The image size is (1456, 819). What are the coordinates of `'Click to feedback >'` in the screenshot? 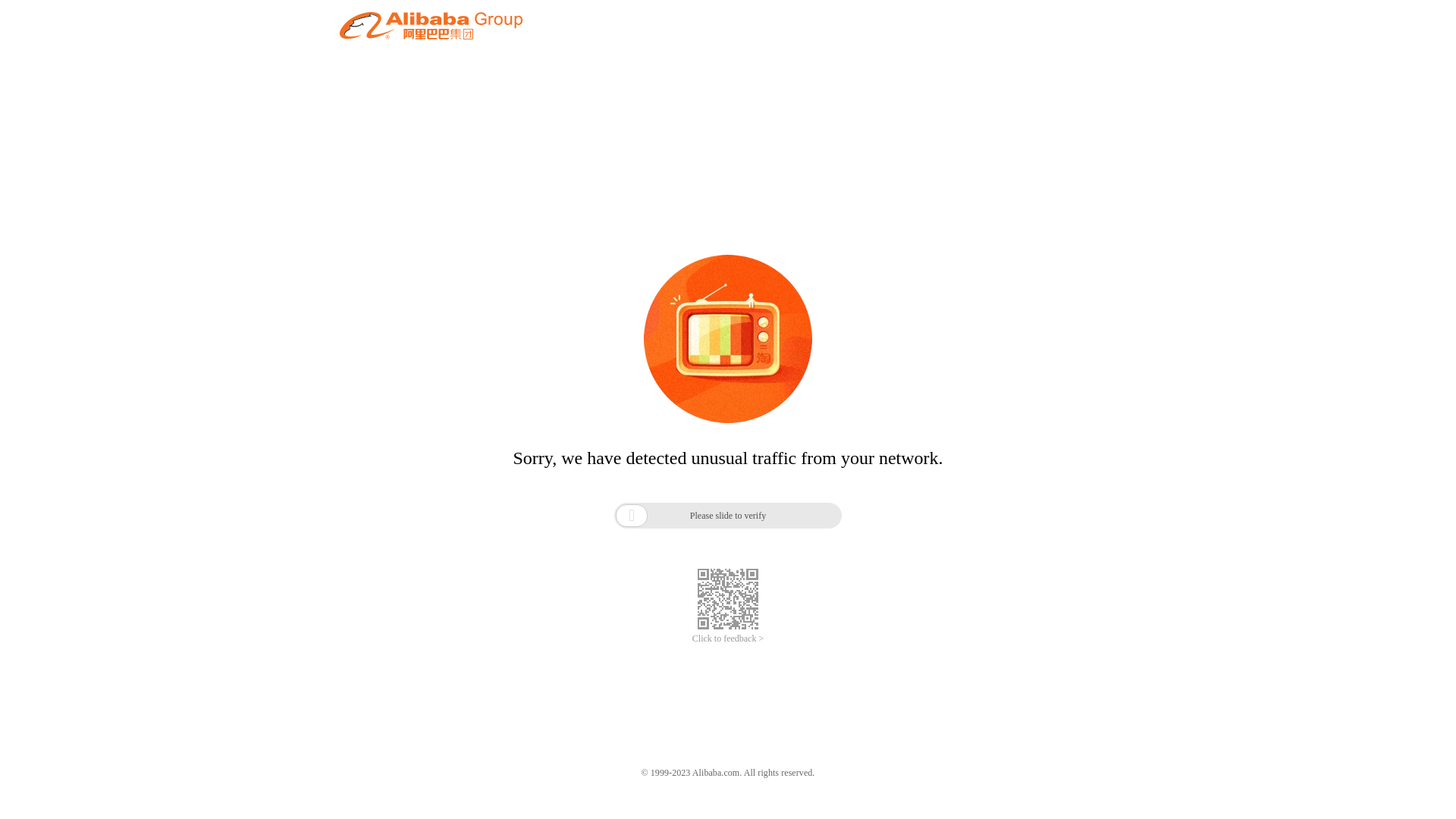 It's located at (728, 639).